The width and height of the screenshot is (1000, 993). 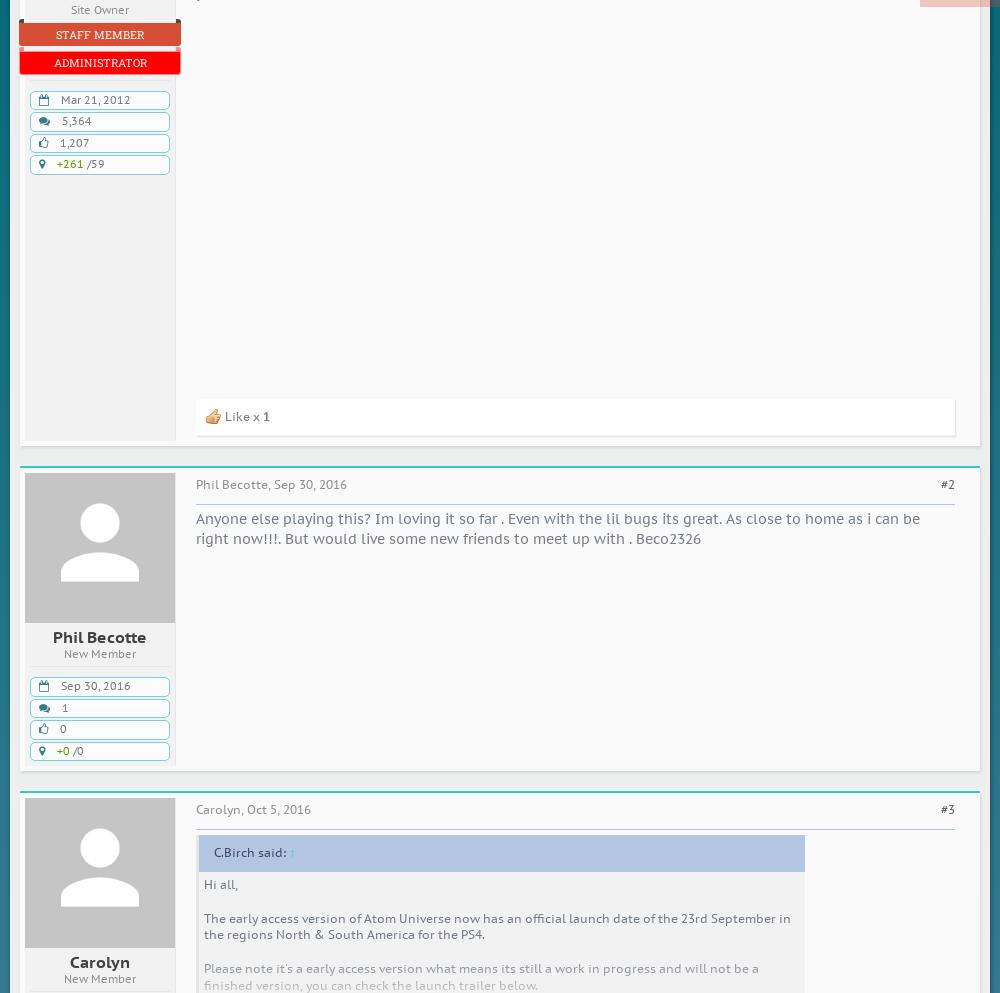 What do you see at coordinates (480, 976) in the screenshot?
I see `'Please note it's a early access version what means its still a work in progress and will not be a finished version, you can check the launch trailer below.'` at bounding box center [480, 976].